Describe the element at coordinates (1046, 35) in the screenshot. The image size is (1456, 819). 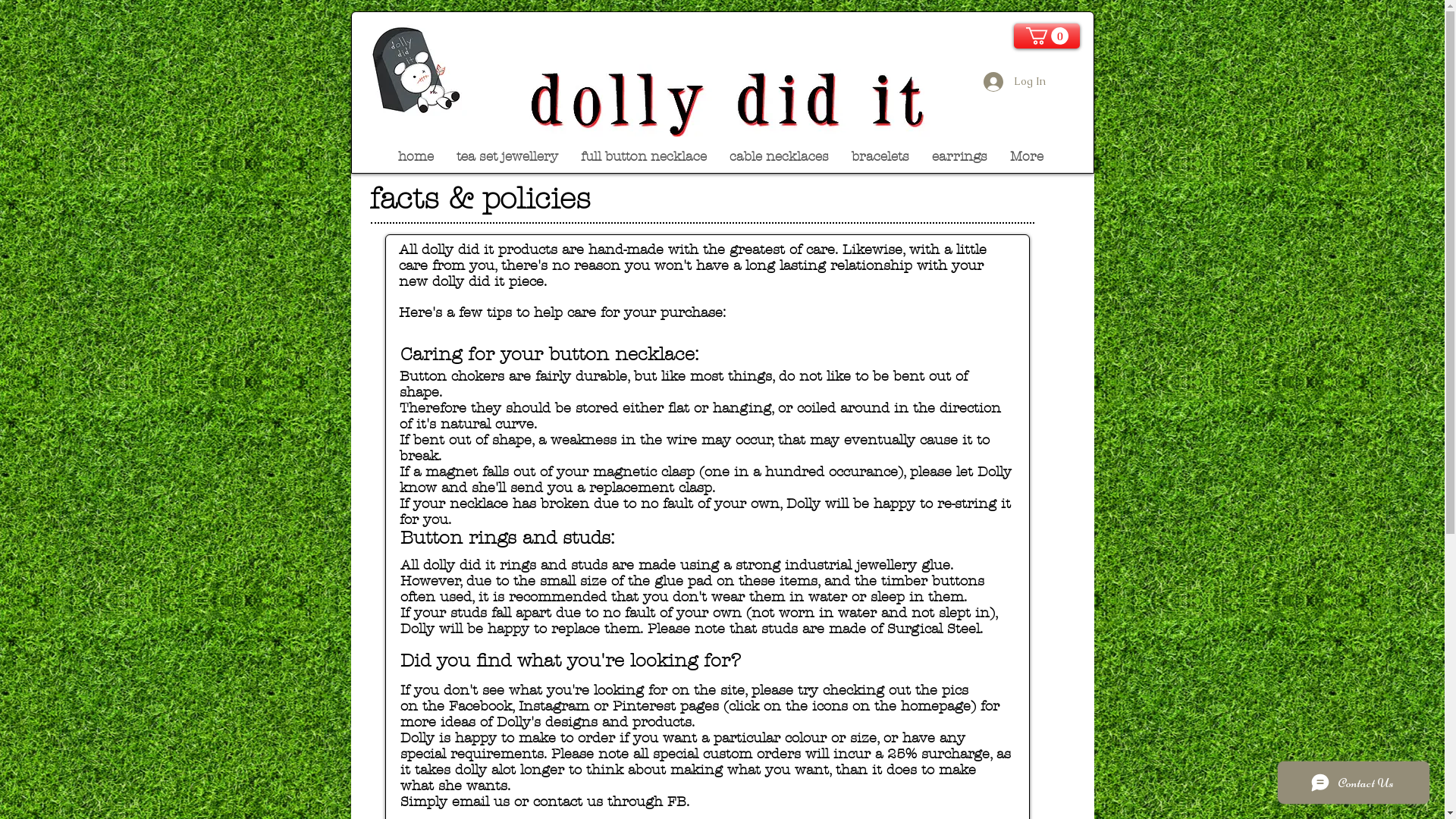
I see `'0'` at that location.